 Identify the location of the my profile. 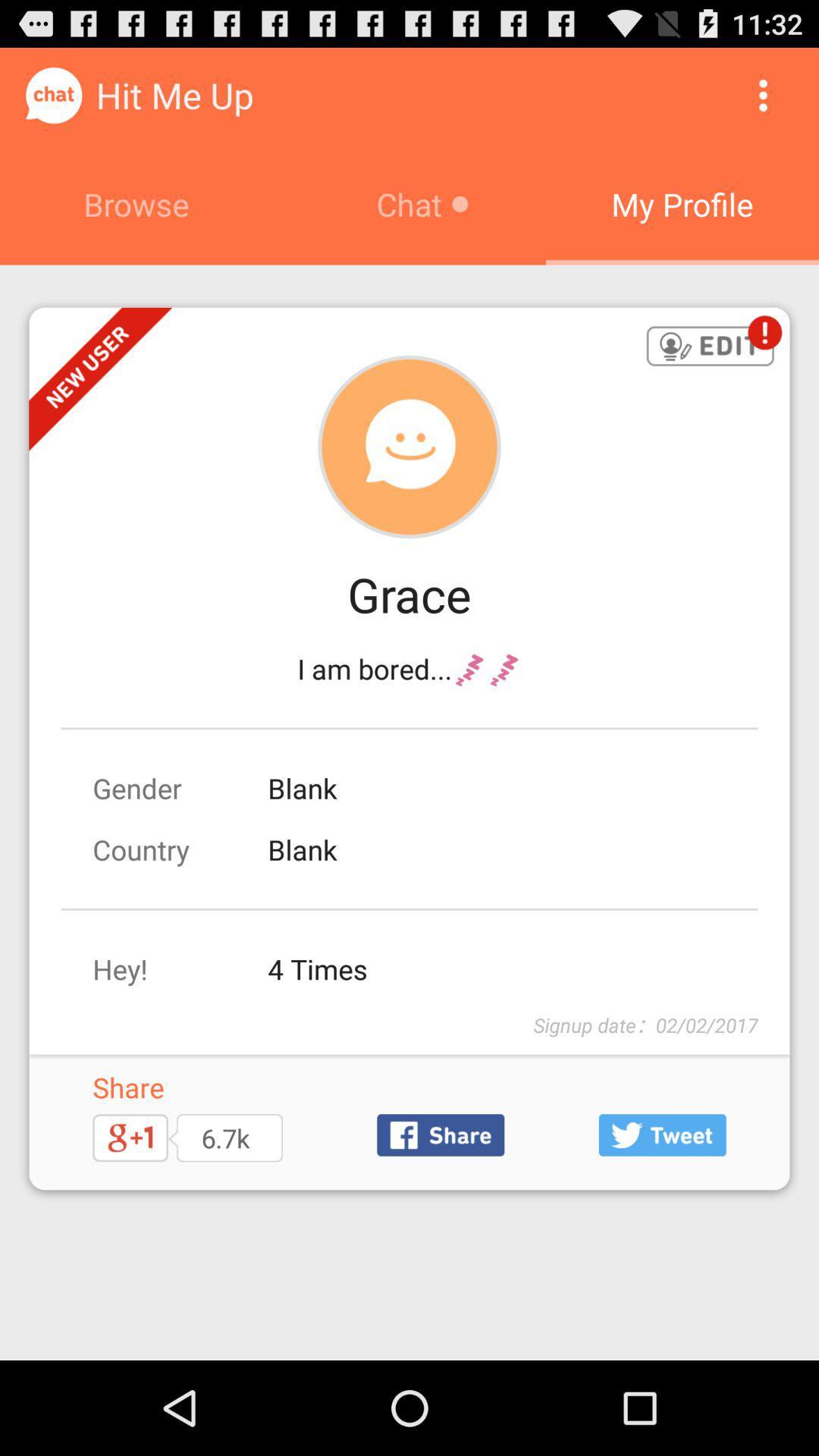
(681, 203).